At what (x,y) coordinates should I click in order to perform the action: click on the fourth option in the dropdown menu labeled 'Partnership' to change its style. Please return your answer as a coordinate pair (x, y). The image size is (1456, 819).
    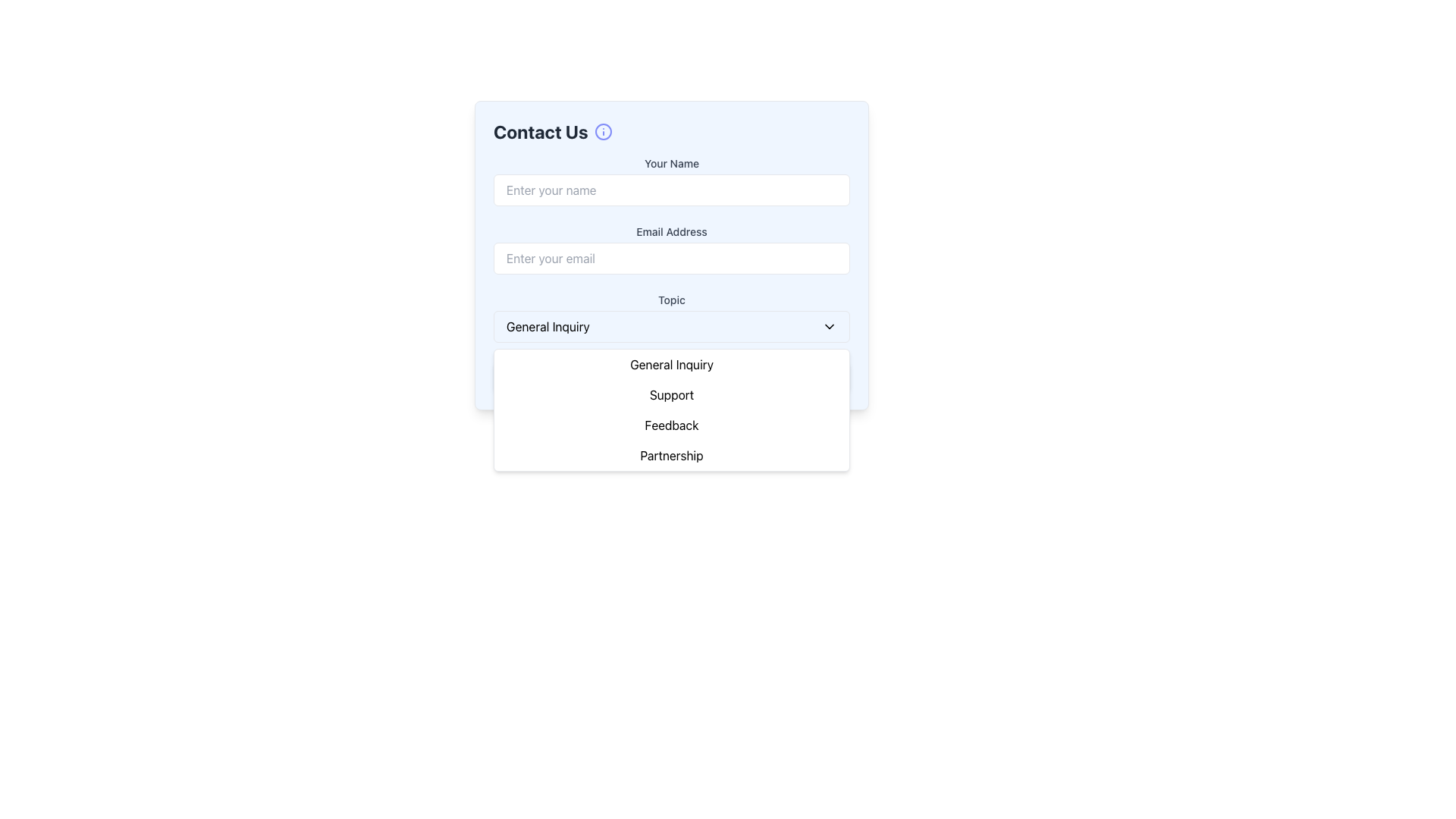
    Looking at the image, I should click on (671, 455).